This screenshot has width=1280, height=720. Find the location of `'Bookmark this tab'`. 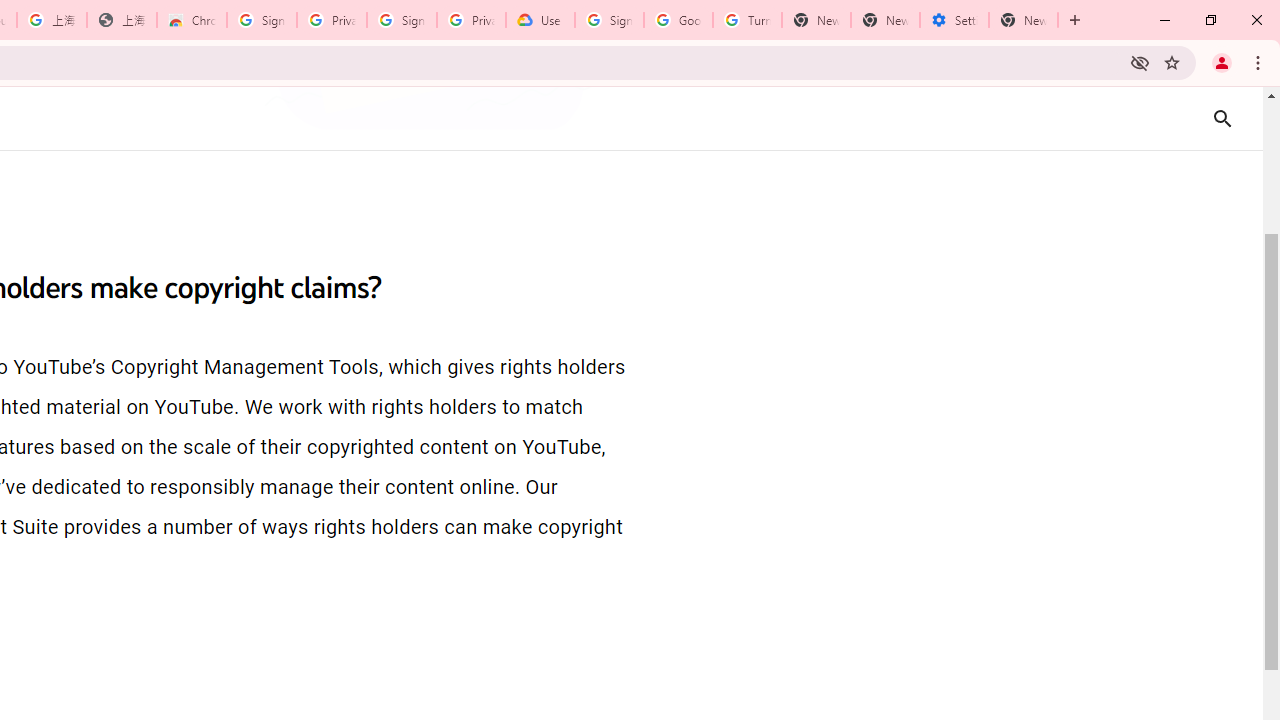

'Bookmark this tab' is located at coordinates (1171, 61).